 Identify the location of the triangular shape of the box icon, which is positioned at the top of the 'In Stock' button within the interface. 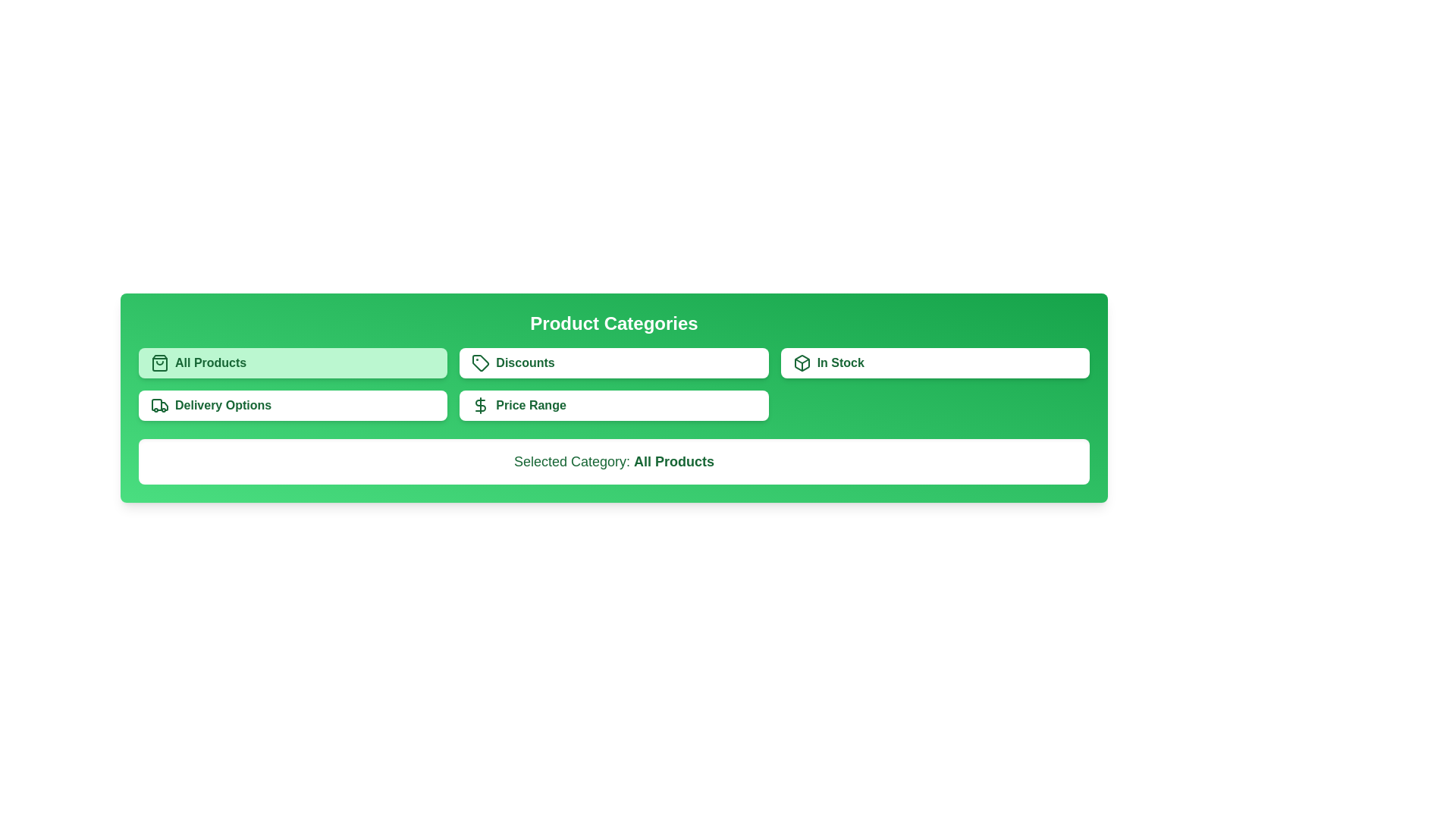
(801, 361).